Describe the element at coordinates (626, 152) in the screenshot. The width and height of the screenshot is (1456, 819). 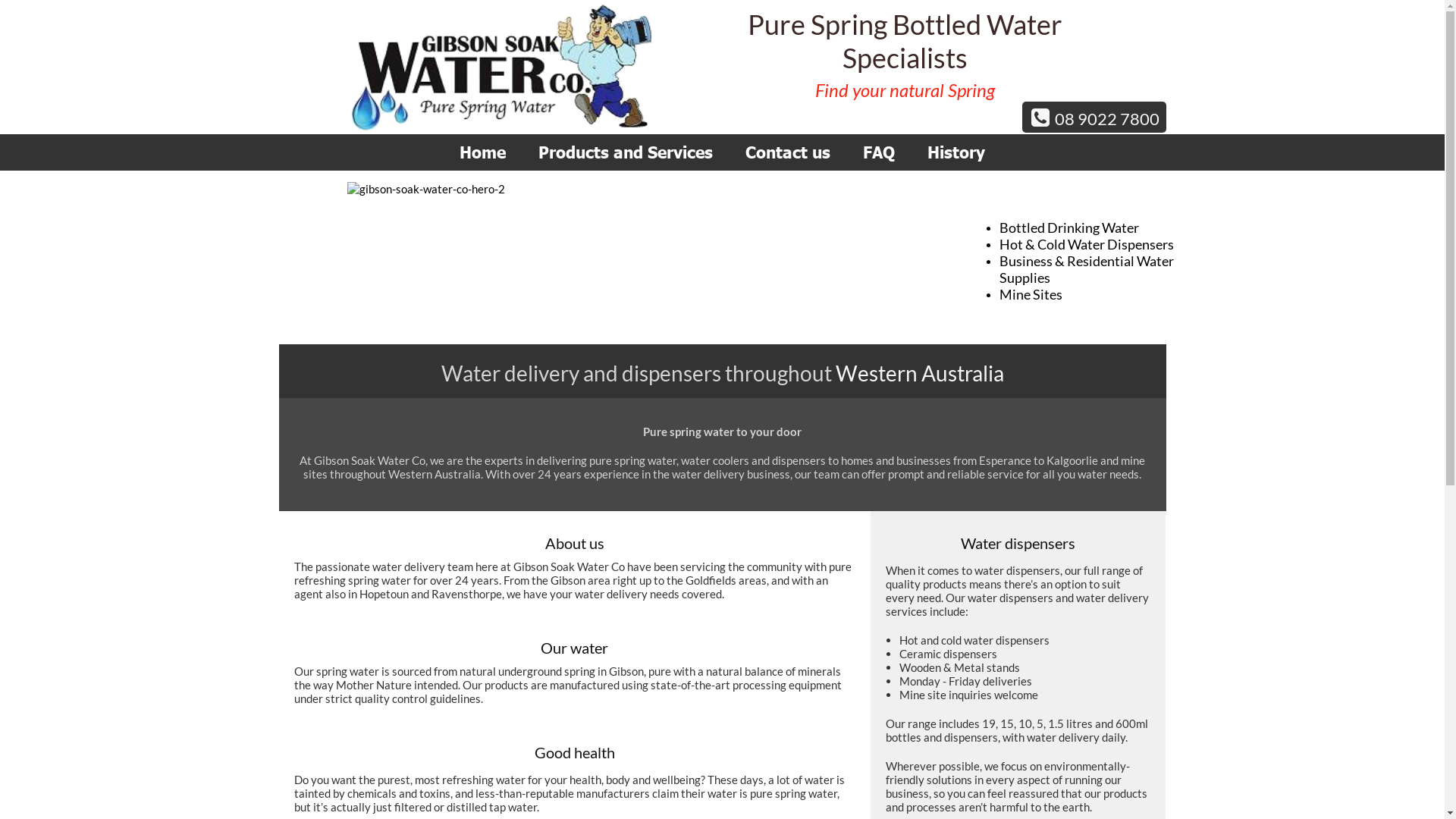
I see `'Products and Services'` at that location.